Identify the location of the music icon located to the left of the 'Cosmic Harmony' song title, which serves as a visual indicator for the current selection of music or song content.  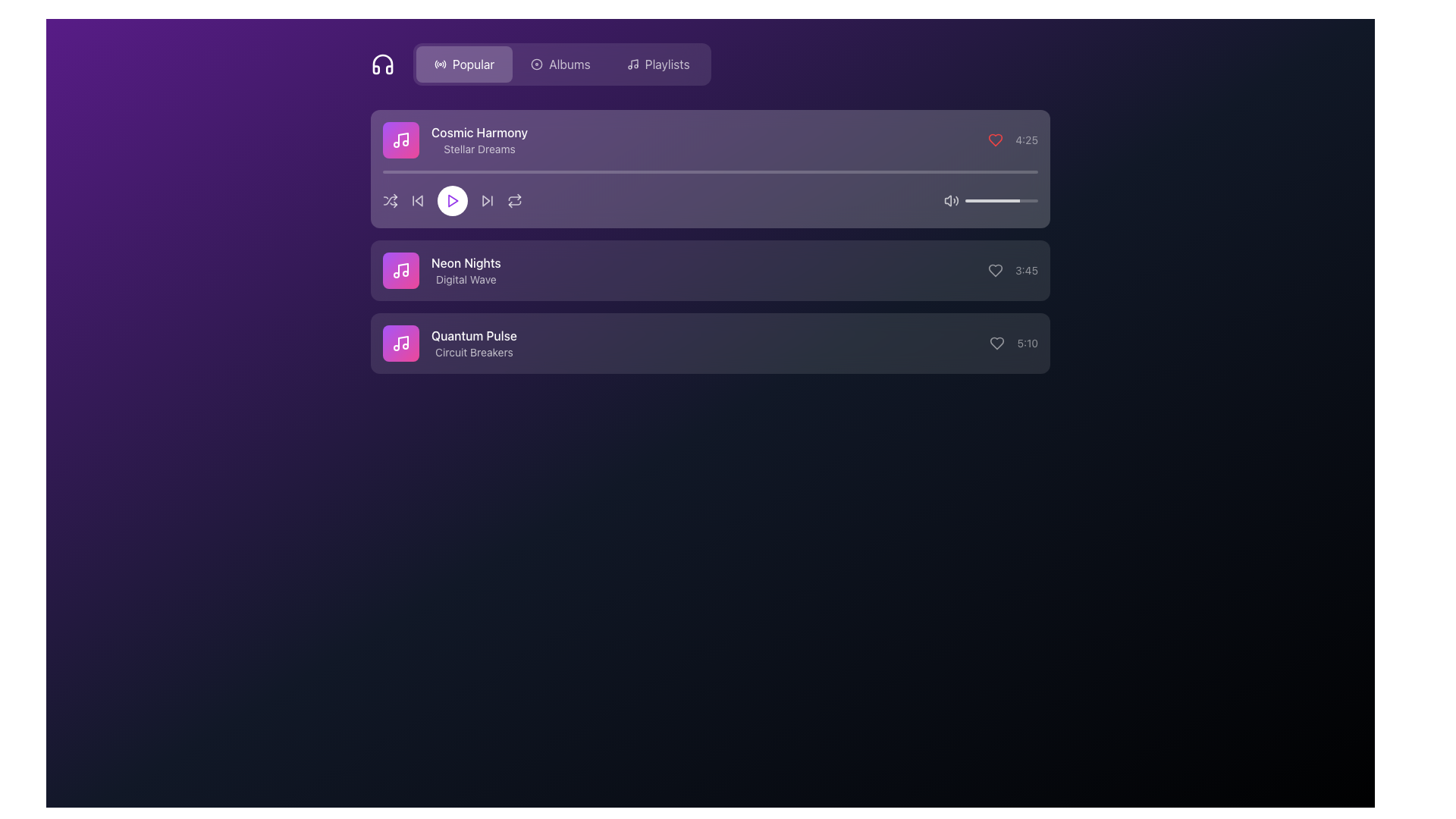
(400, 343).